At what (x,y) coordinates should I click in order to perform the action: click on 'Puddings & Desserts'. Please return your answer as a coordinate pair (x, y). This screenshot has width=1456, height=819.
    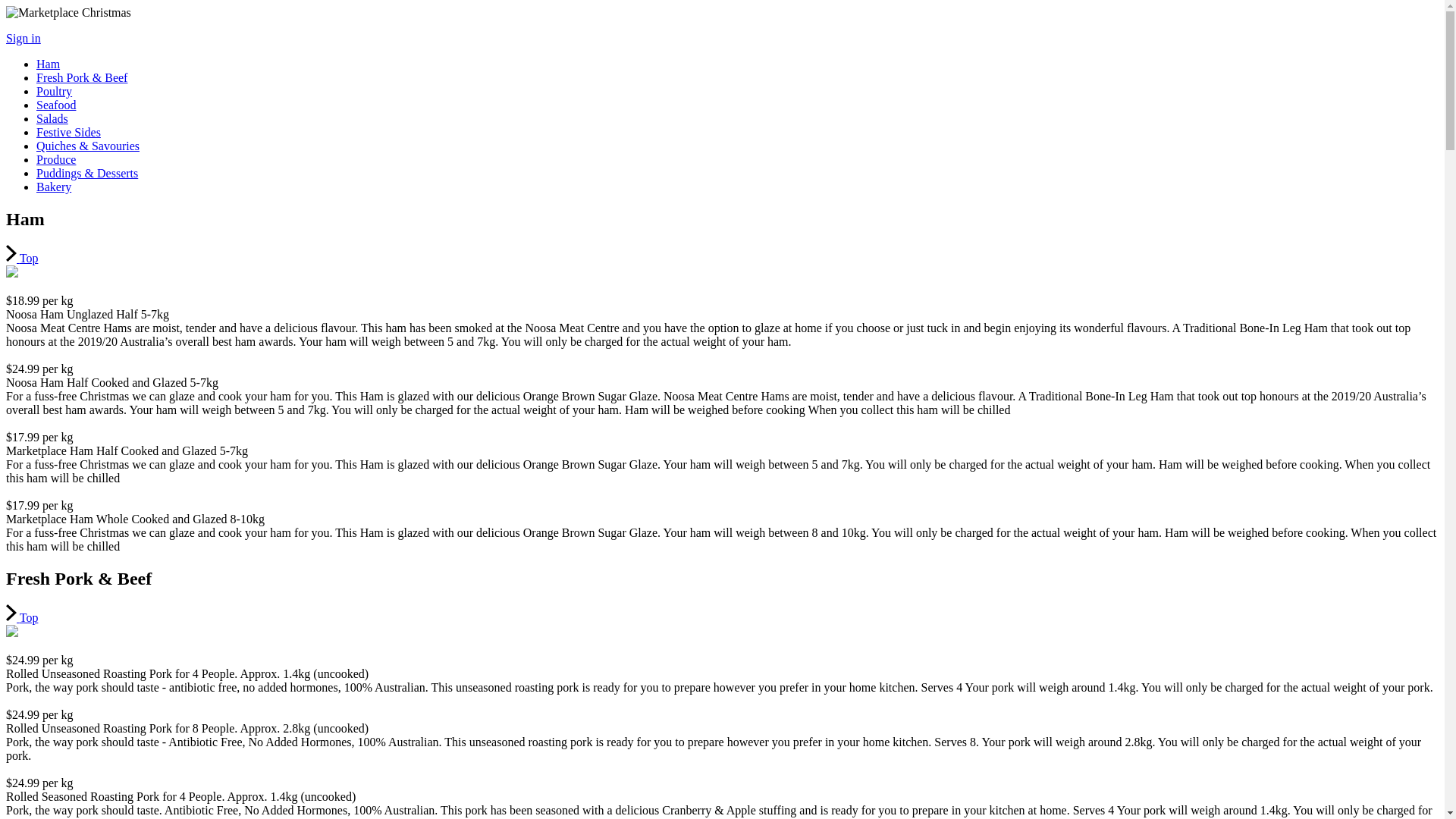
    Looking at the image, I should click on (86, 172).